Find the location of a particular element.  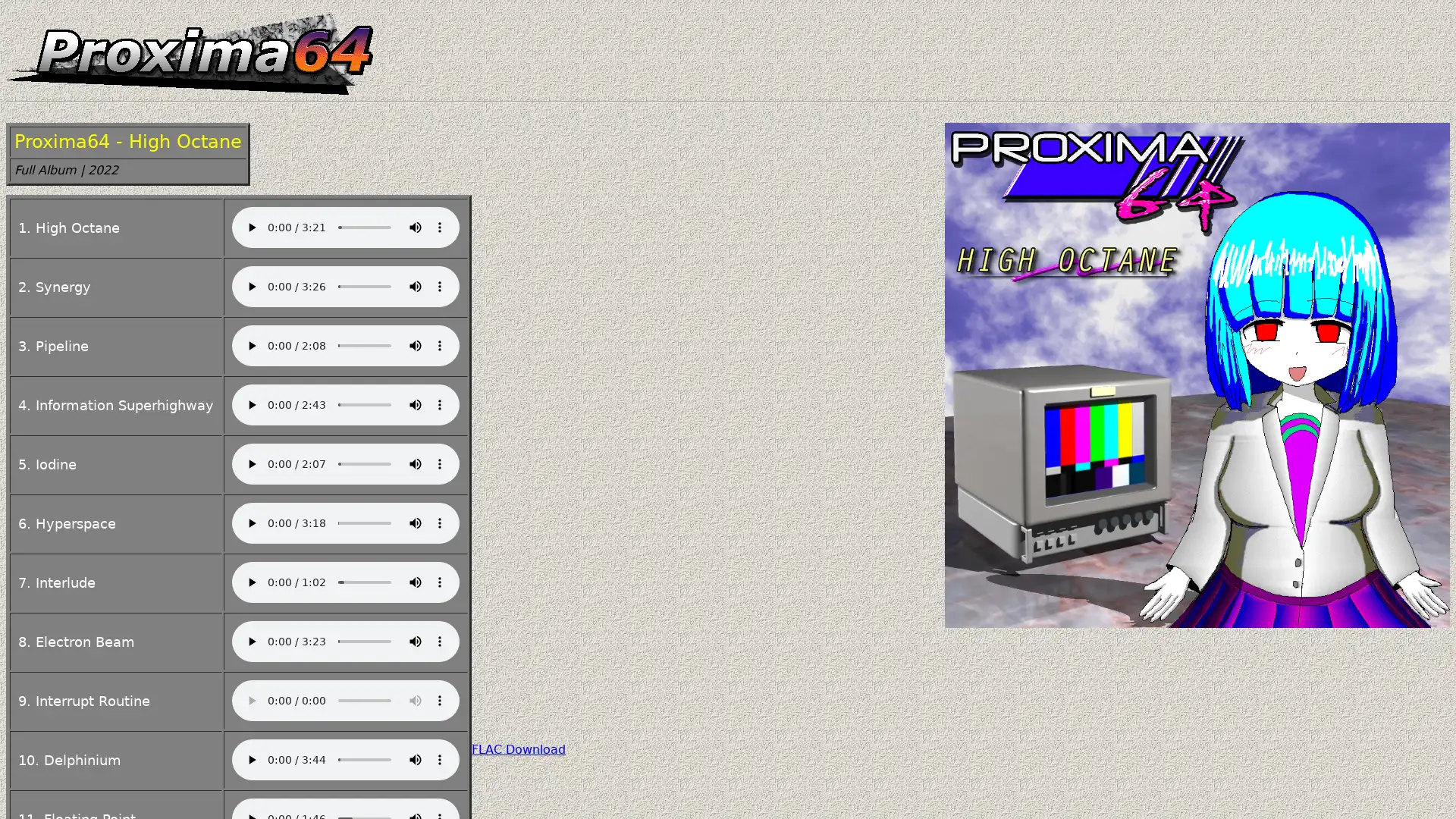

play is located at coordinates (251, 403).